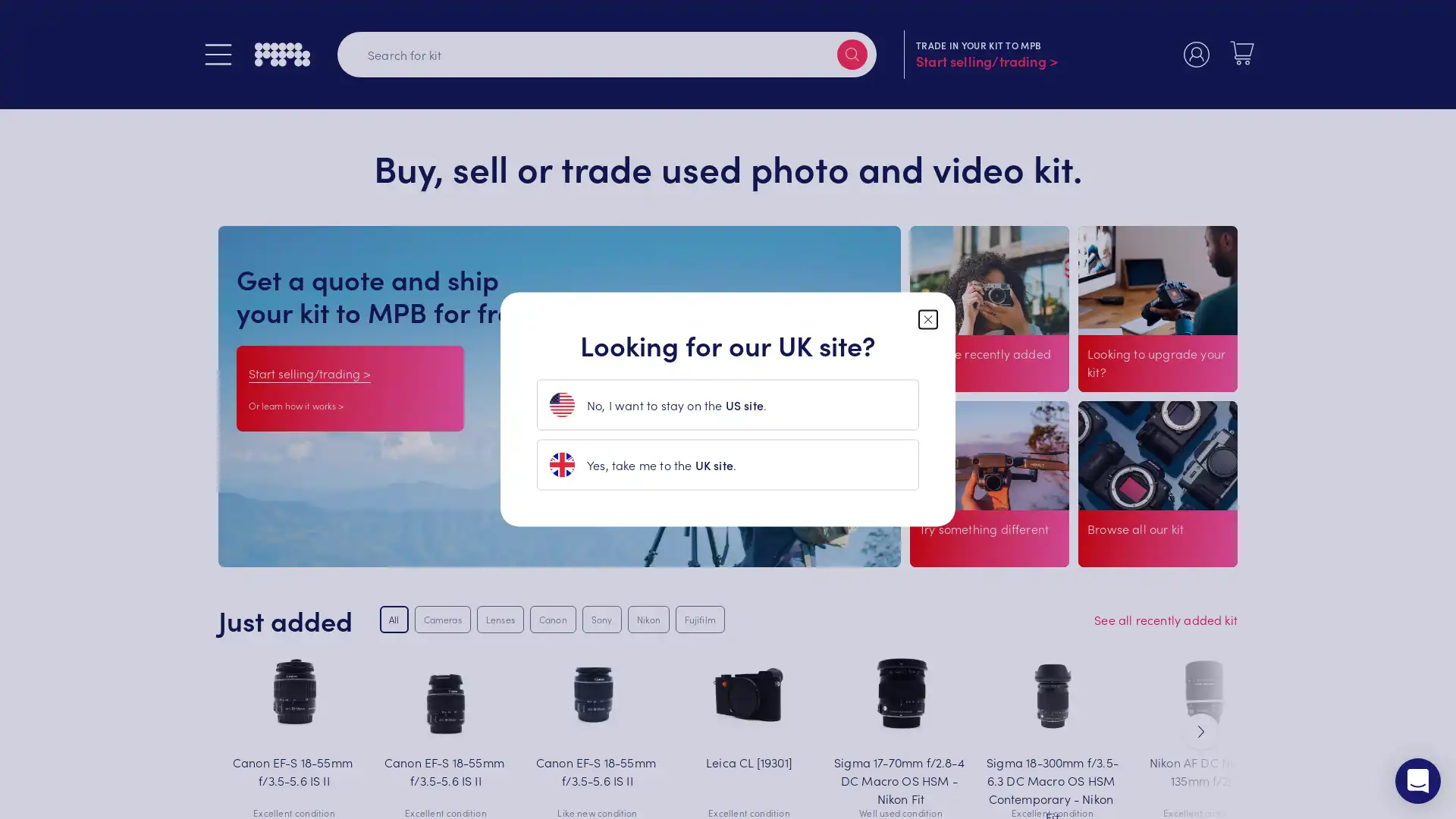  What do you see at coordinates (309, 372) in the screenshot?
I see `Start selling/trading >` at bounding box center [309, 372].